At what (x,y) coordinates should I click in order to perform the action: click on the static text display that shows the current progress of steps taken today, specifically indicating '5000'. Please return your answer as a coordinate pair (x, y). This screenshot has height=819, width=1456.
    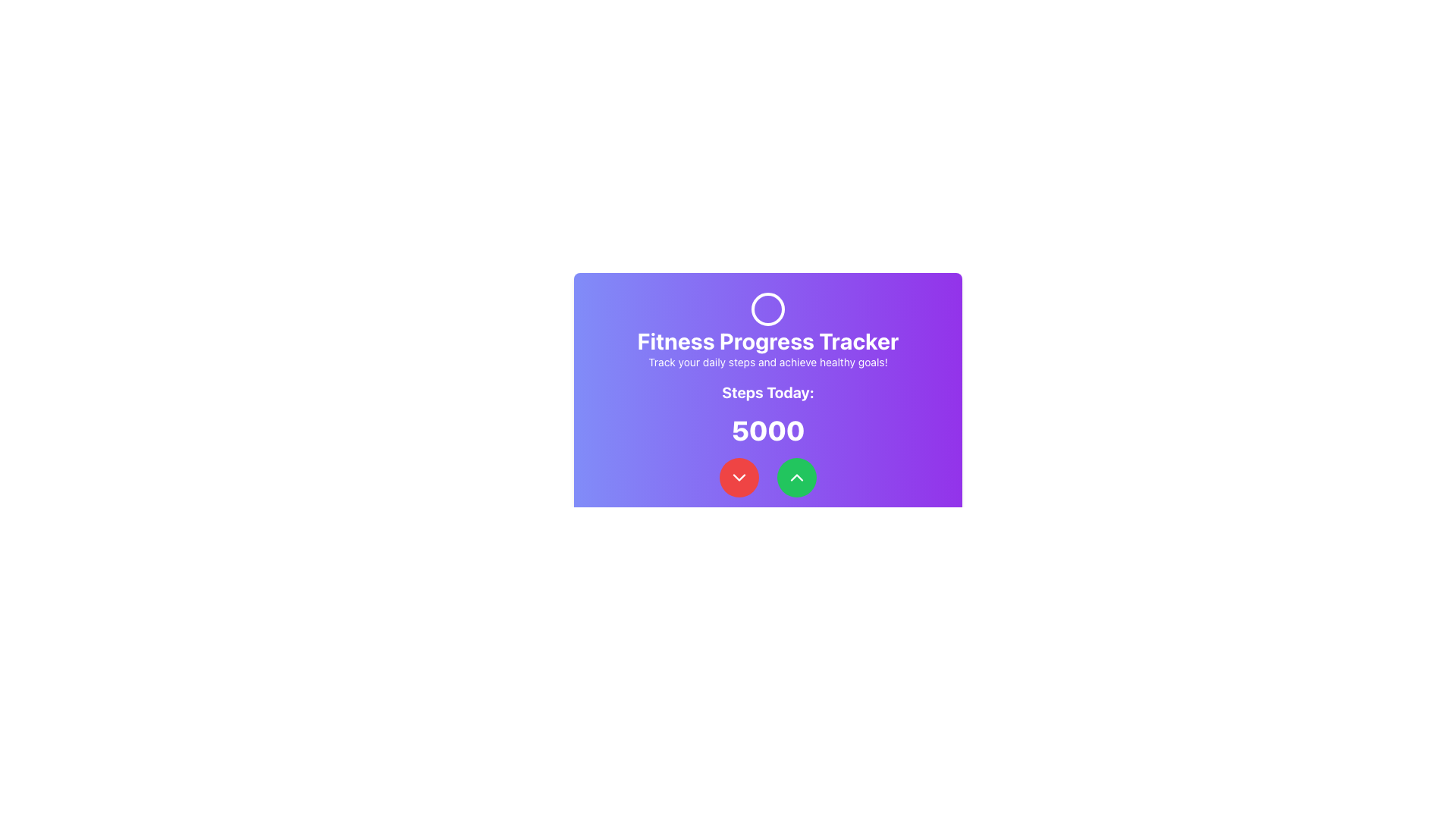
    Looking at the image, I should click on (767, 430).